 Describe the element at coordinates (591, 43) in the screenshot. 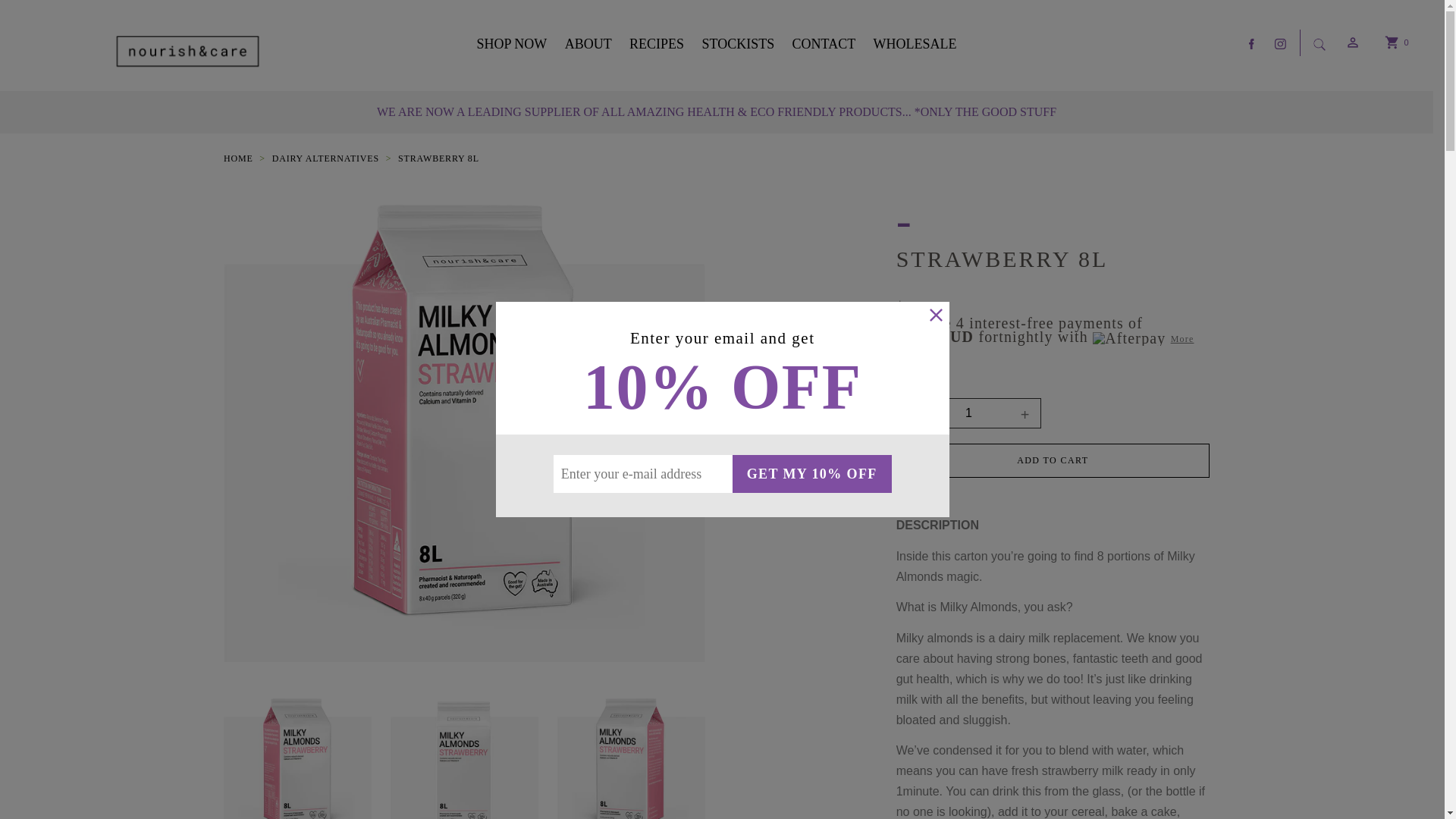

I see `'ABOUT'` at that location.